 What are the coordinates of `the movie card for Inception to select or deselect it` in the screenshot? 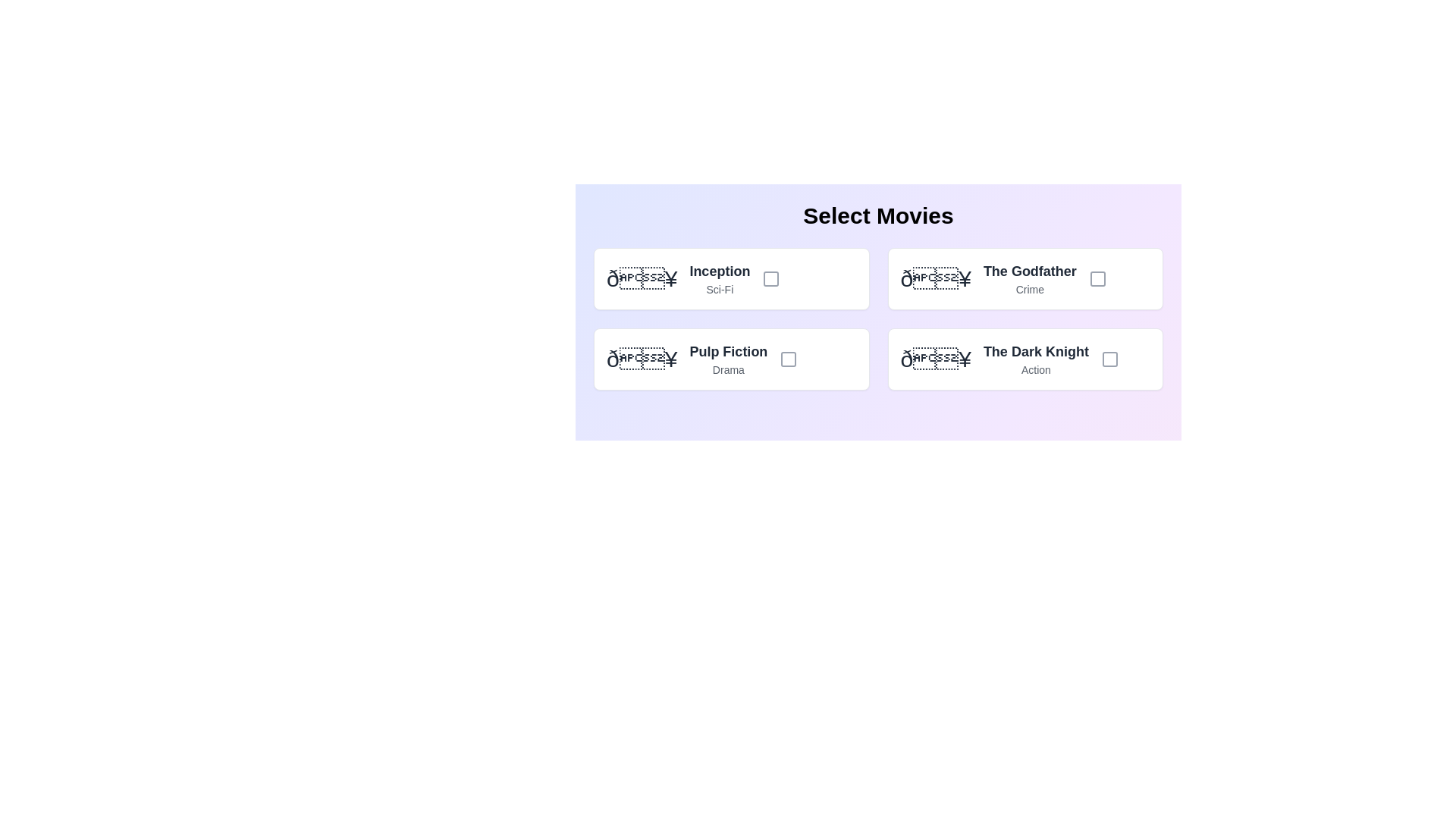 It's located at (731, 278).